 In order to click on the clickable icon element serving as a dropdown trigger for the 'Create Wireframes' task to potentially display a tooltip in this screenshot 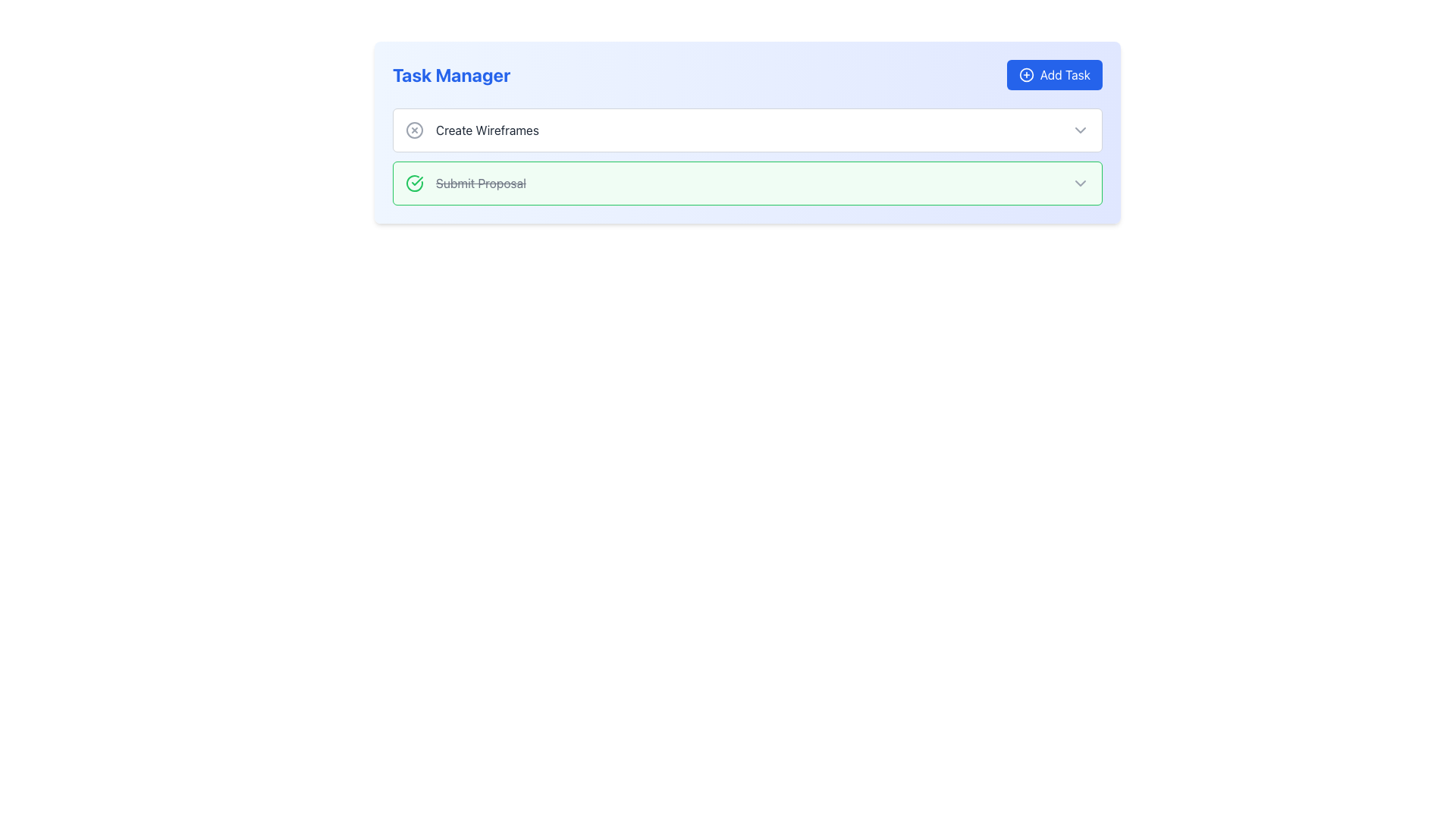, I will do `click(1080, 130)`.